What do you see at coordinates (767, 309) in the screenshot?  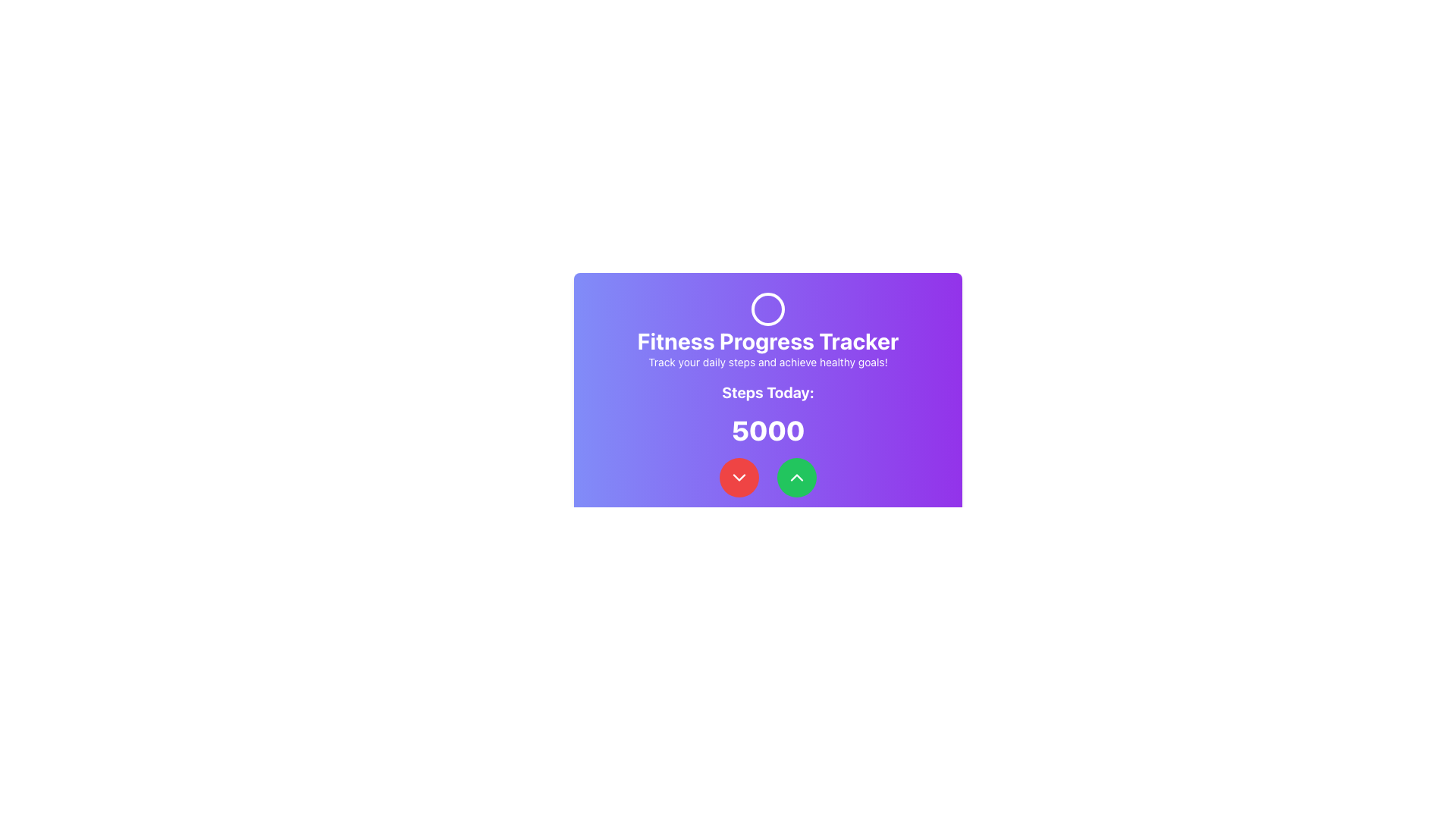 I see `the SVG Circle located at the top-center of the interface, which serves as a decorative or identifying part of the UI` at bounding box center [767, 309].